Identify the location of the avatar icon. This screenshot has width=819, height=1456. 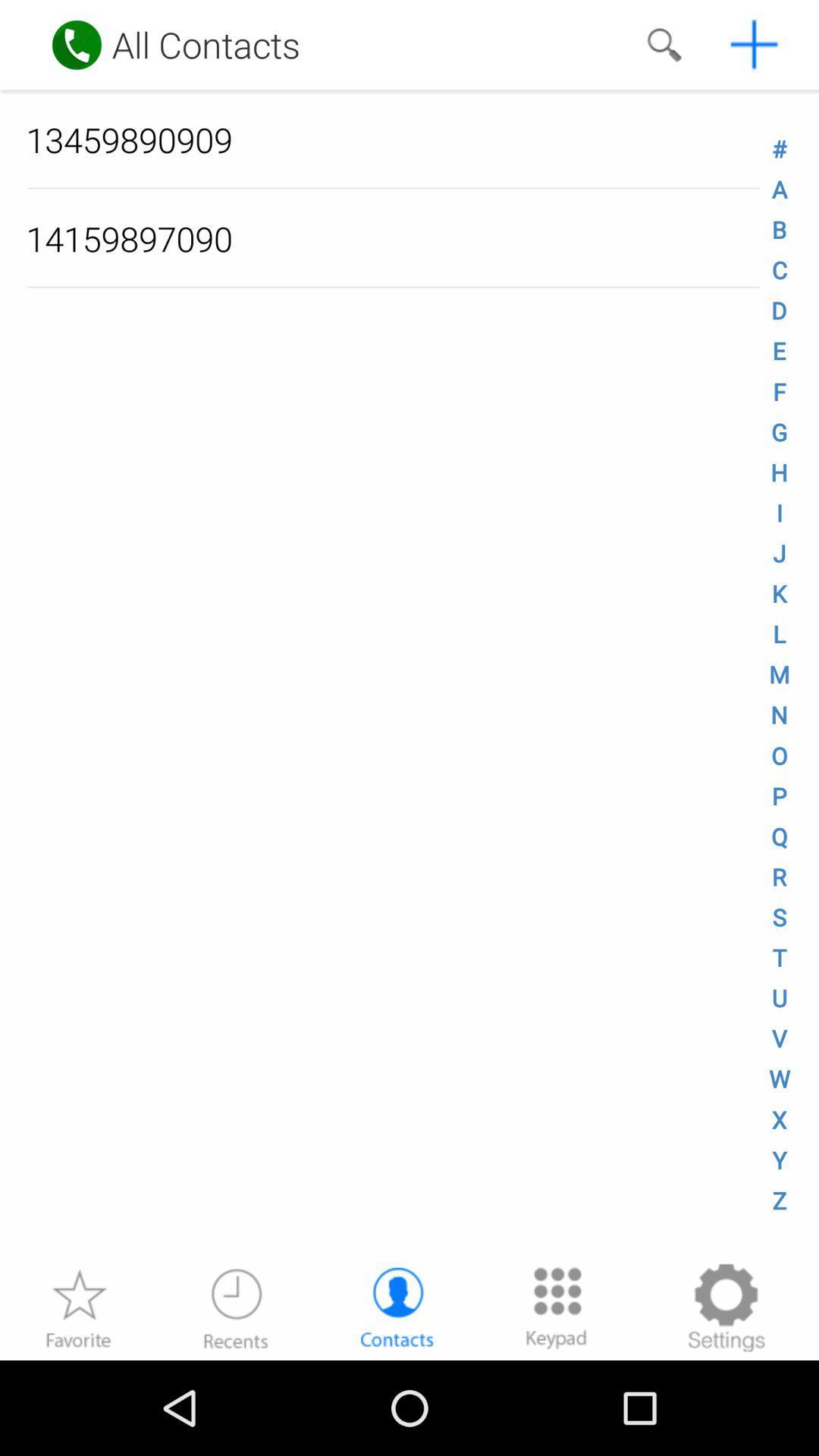
(397, 1398).